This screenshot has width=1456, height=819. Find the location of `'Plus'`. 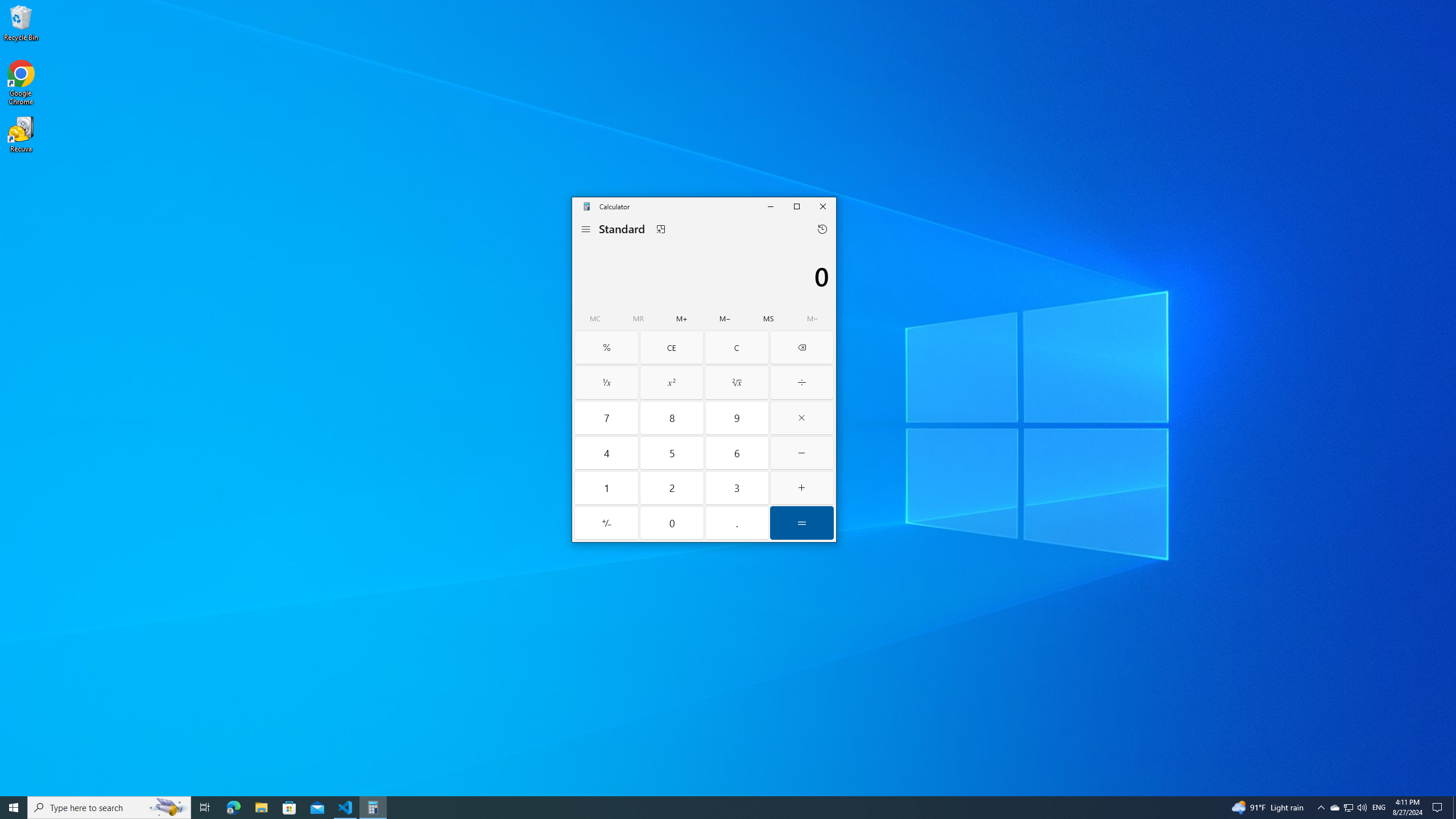

'Plus' is located at coordinates (802, 487).